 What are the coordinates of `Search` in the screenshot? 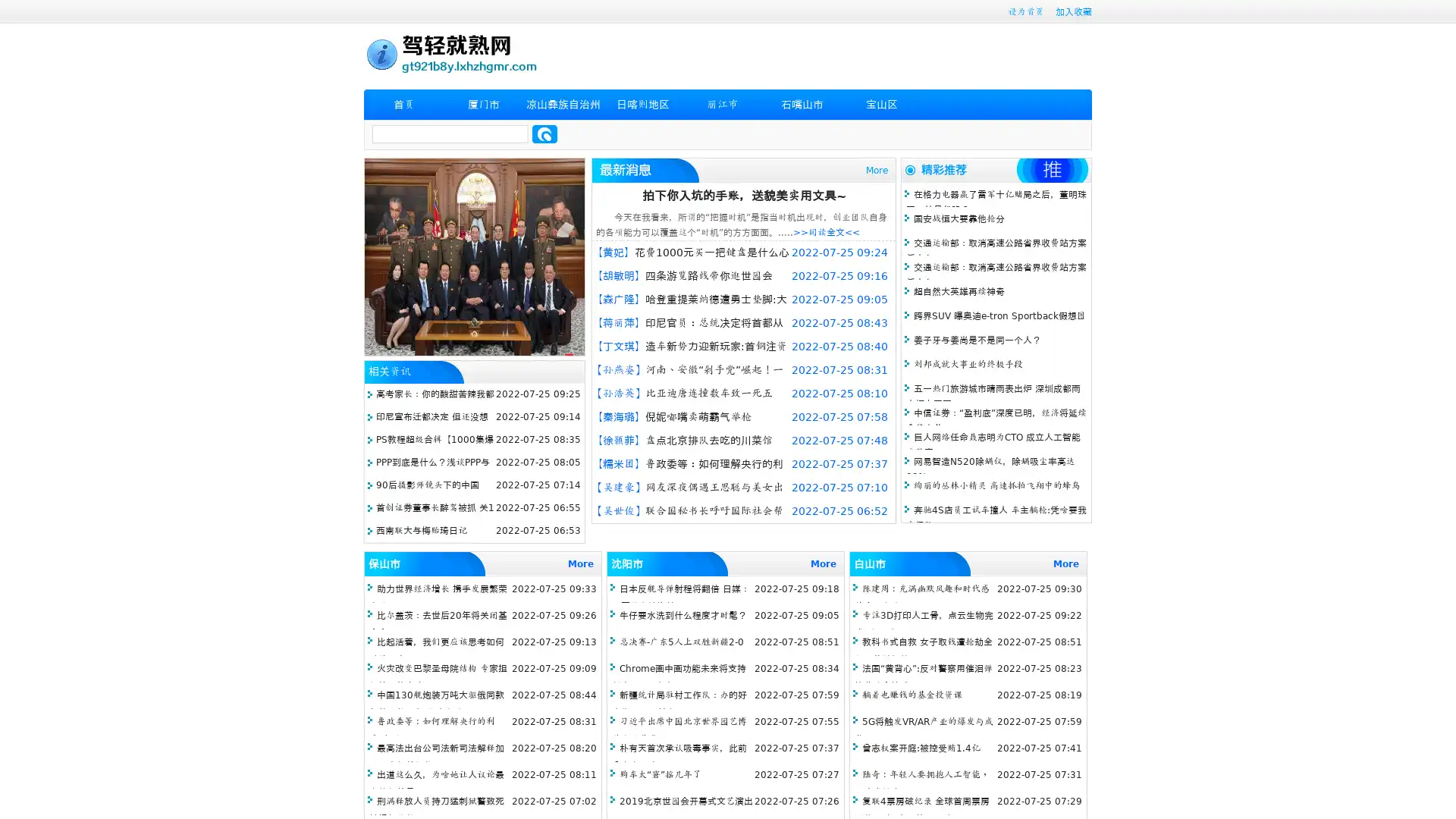 It's located at (544, 133).